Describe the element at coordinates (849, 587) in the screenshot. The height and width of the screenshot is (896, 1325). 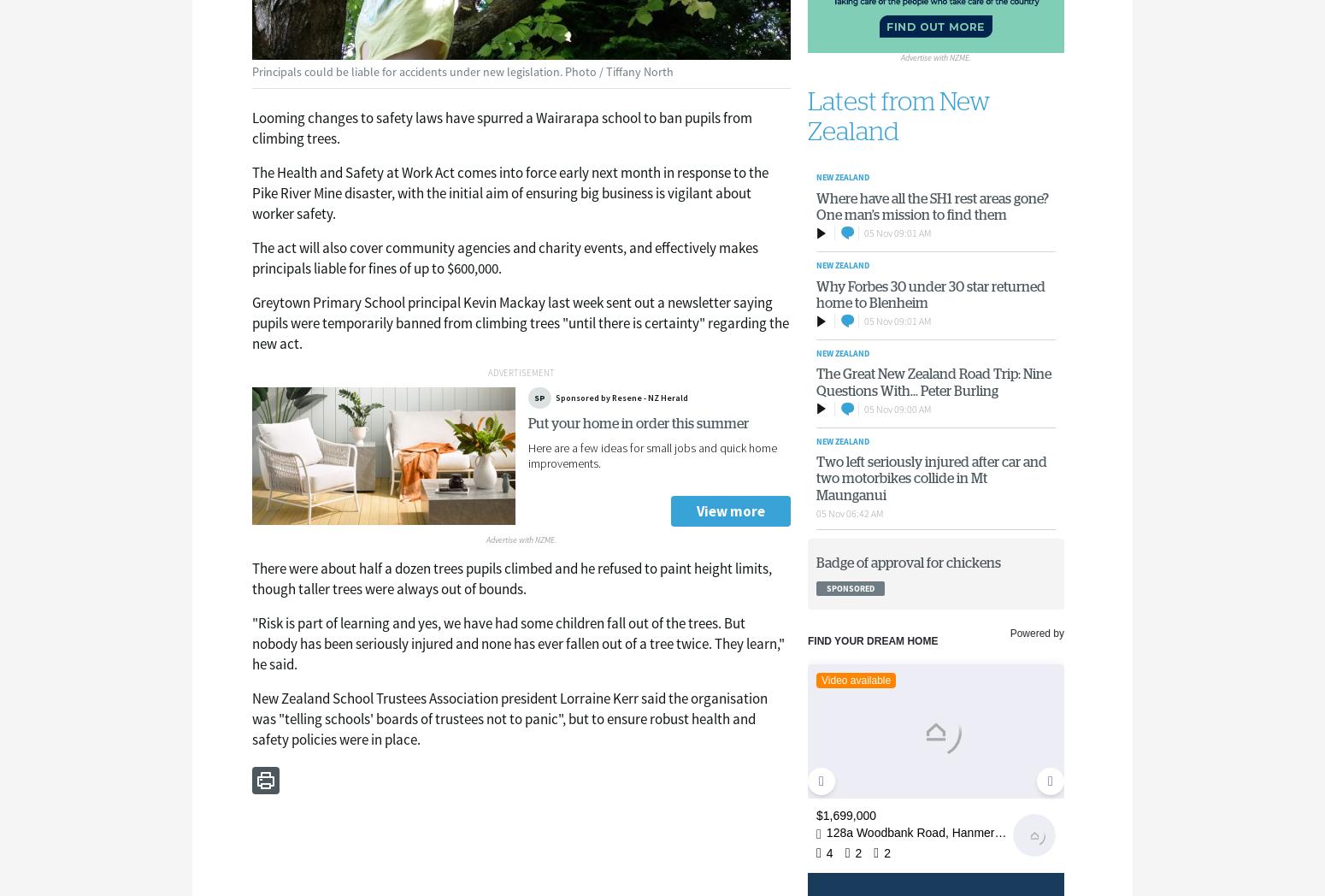
I see `'sponsored'` at that location.